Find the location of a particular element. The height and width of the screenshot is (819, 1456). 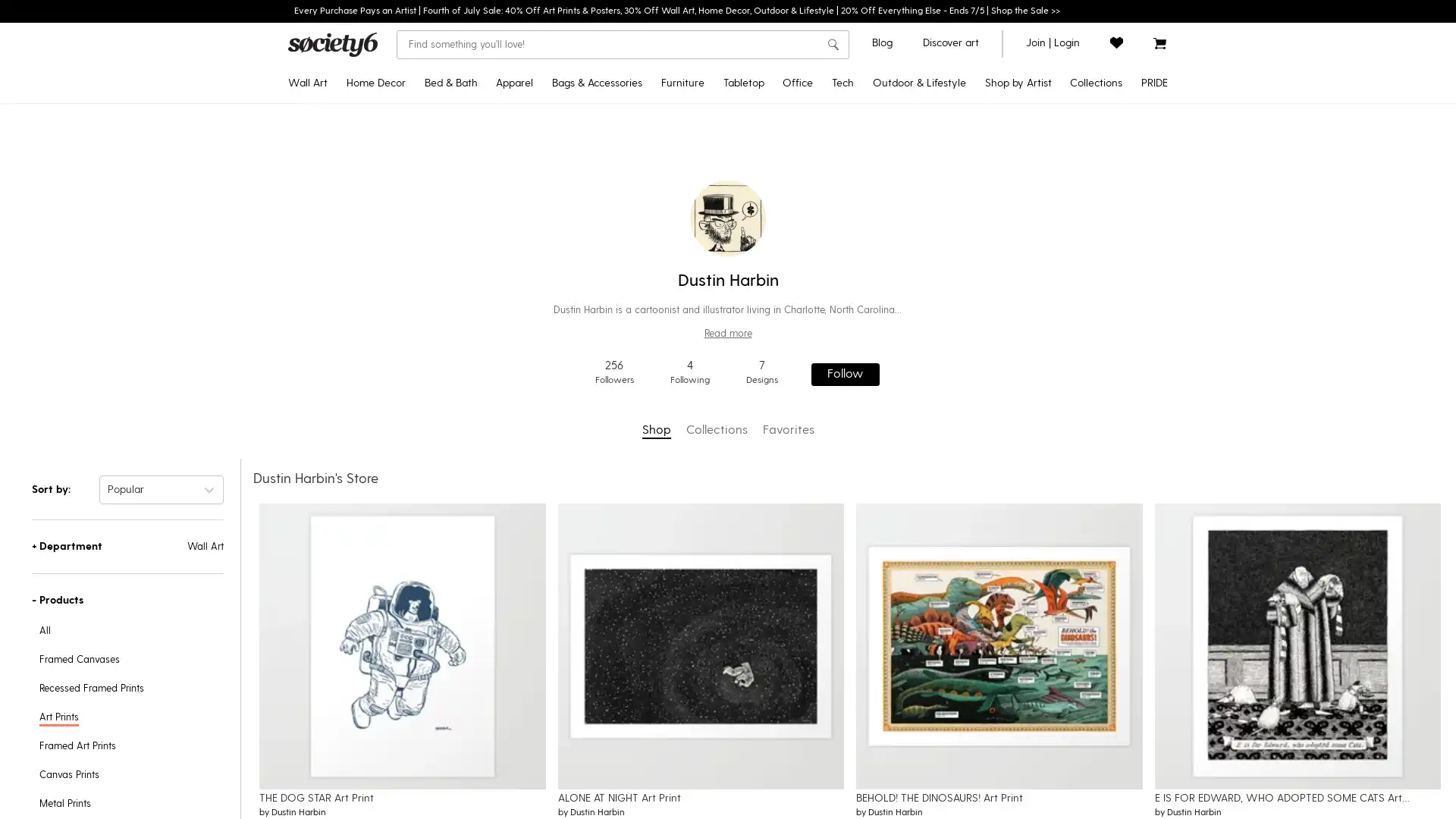

Placemats is located at coordinates (771, 219).